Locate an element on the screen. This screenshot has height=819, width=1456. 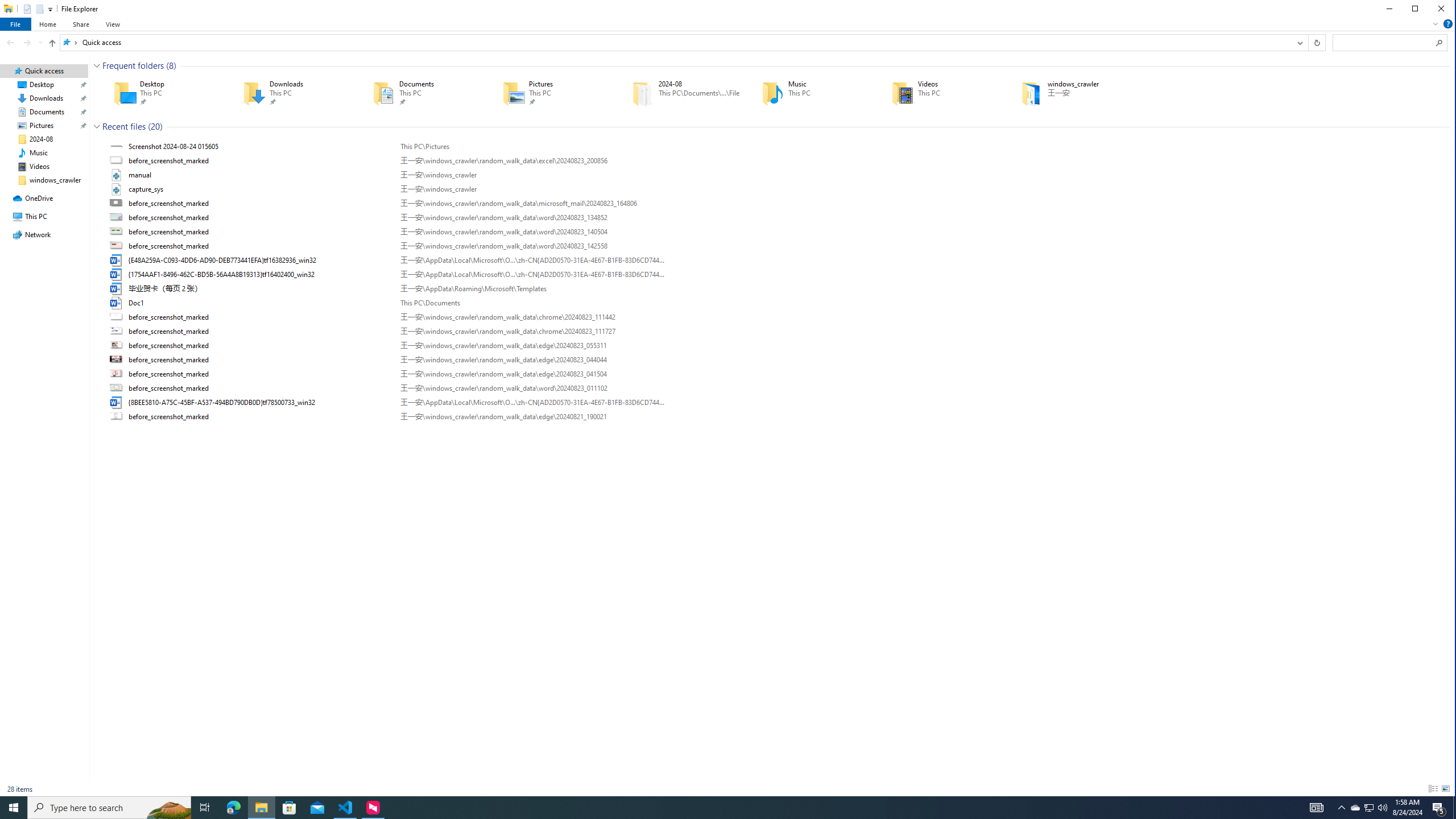
'Minimize' is located at coordinates (1388, 9).